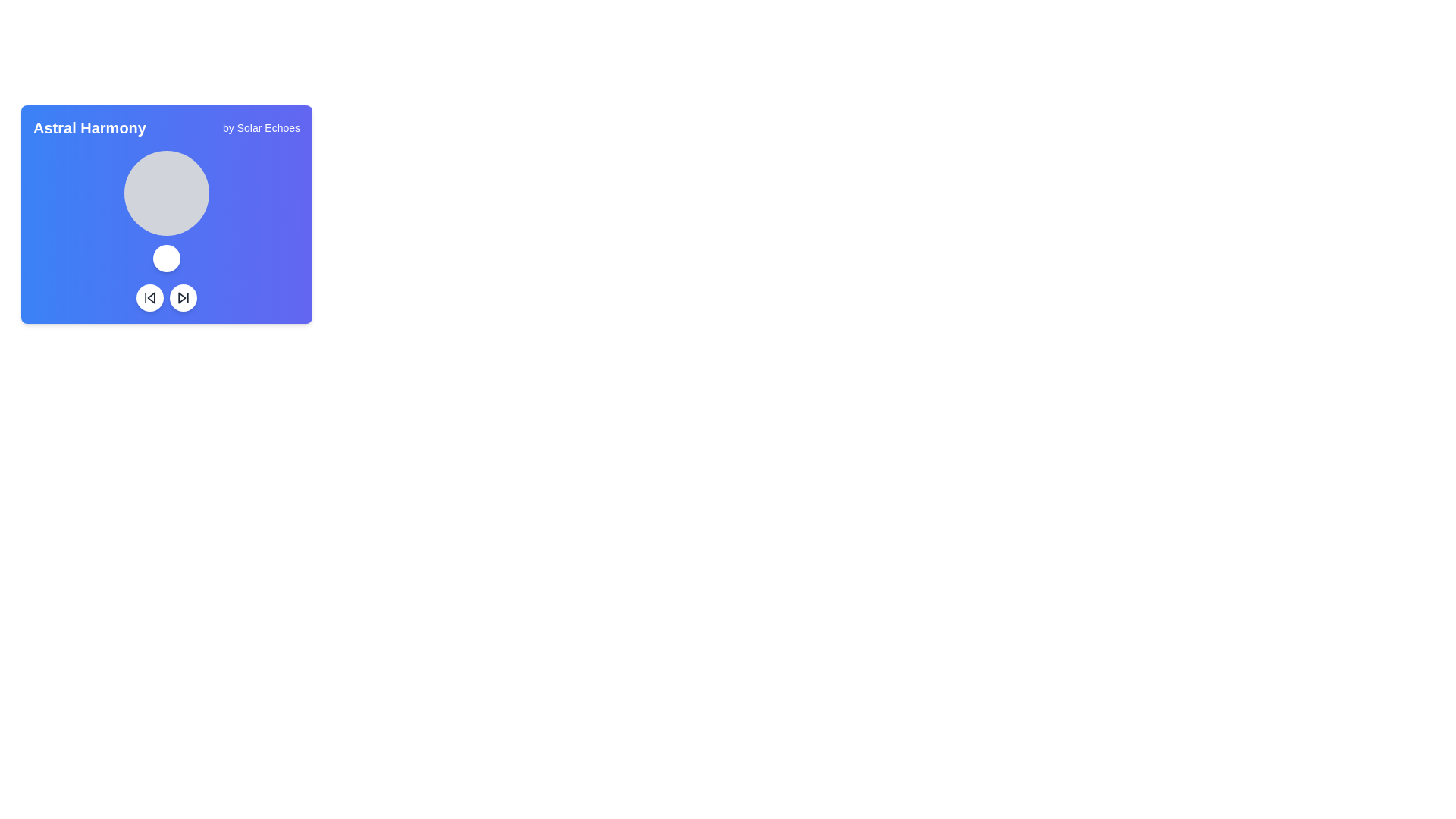 This screenshot has width=1456, height=819. What do you see at coordinates (262, 127) in the screenshot?
I see `the text label displaying the author's name, which is located at the top-right edge of the content card, adjacent to the main title 'Astral Harmony'` at bounding box center [262, 127].